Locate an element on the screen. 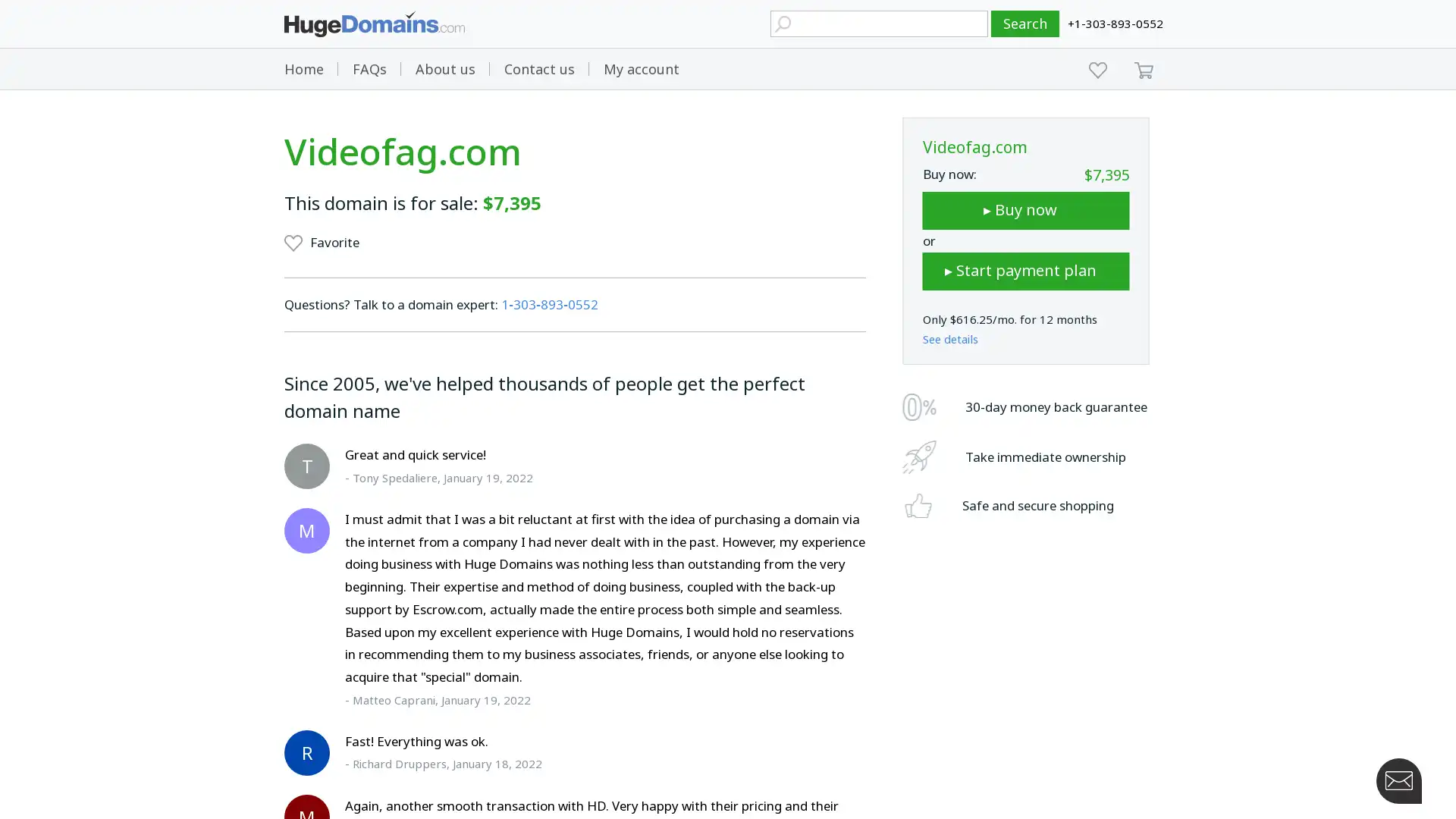 Image resolution: width=1456 pixels, height=819 pixels. Search is located at coordinates (1025, 24).